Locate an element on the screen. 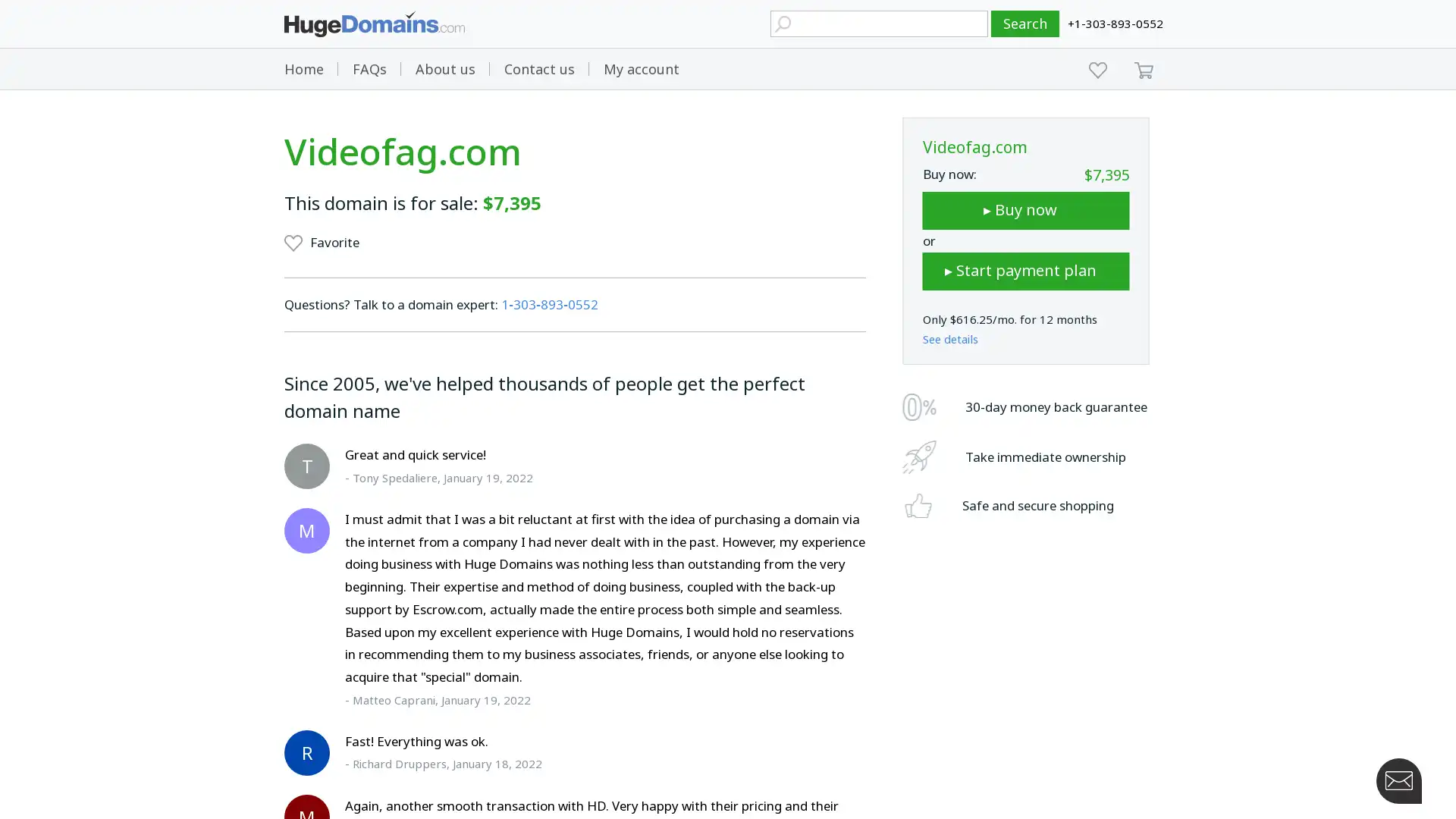 Image resolution: width=1456 pixels, height=819 pixels. Search is located at coordinates (1025, 24).